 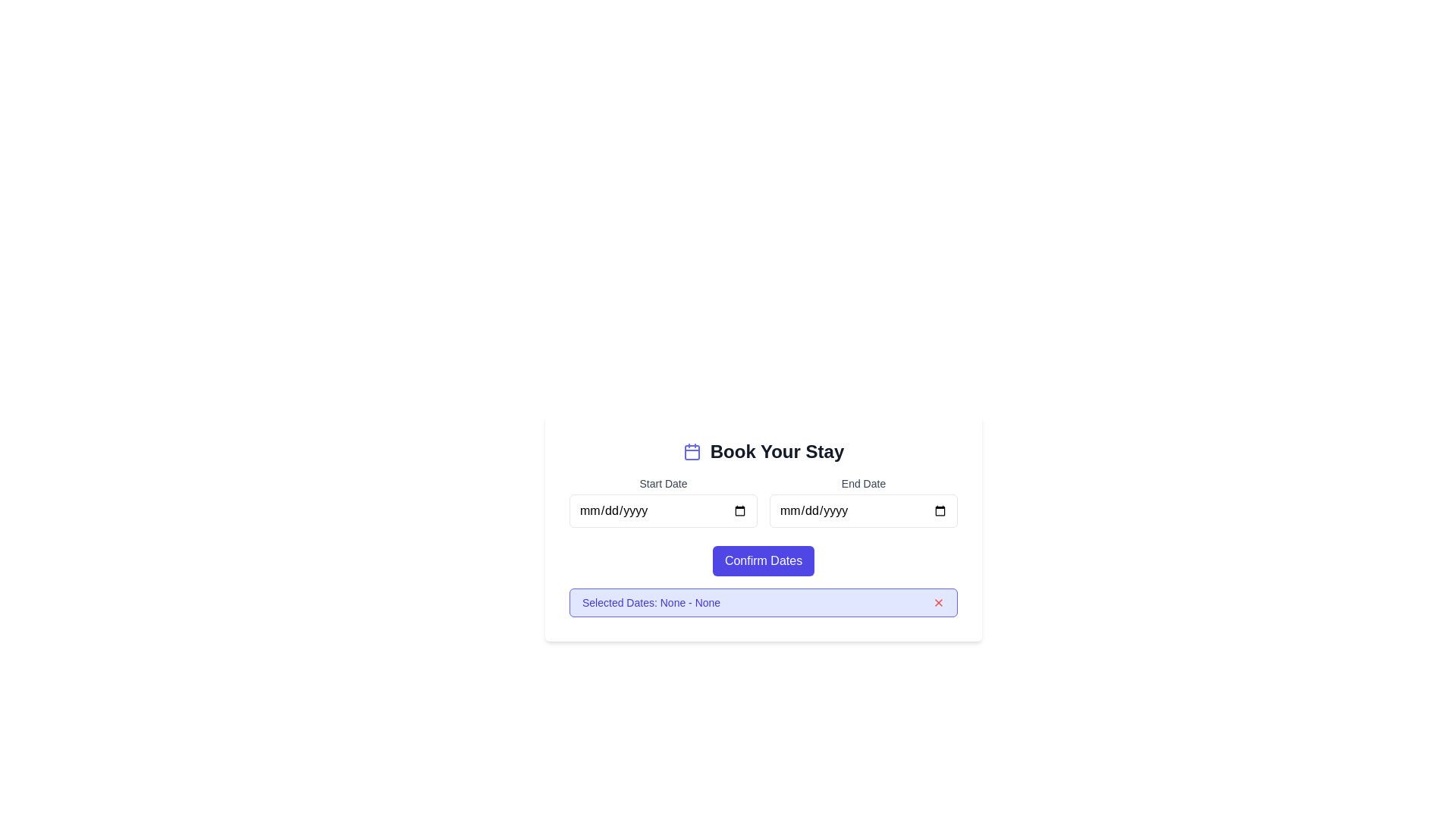 What do you see at coordinates (663, 511) in the screenshot?
I see `the 'Start Date' input field, which is the first date input styled with rounded corners and labeled 'Start Date'` at bounding box center [663, 511].